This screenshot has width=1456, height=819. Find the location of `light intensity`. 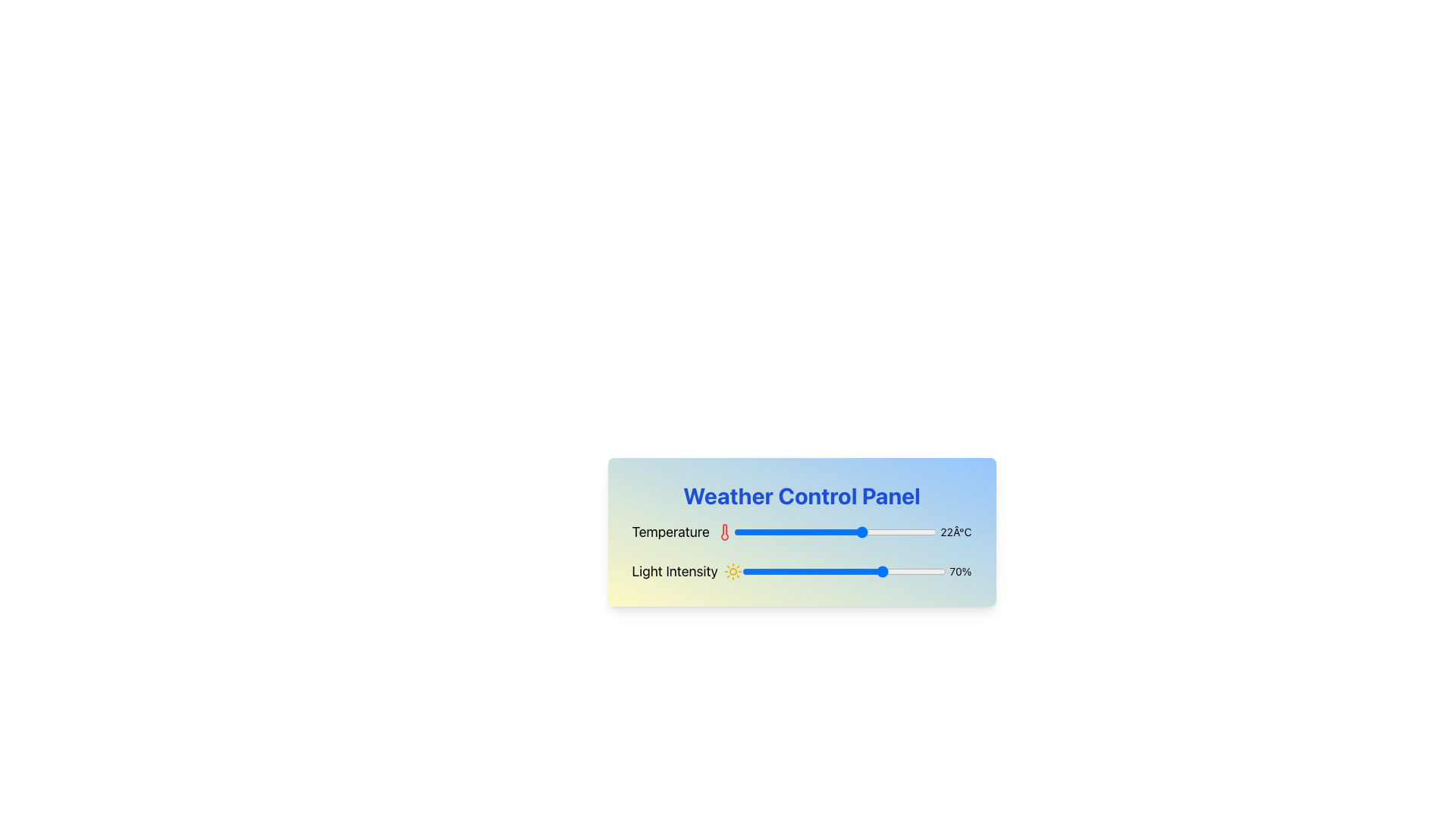

light intensity is located at coordinates (773, 571).